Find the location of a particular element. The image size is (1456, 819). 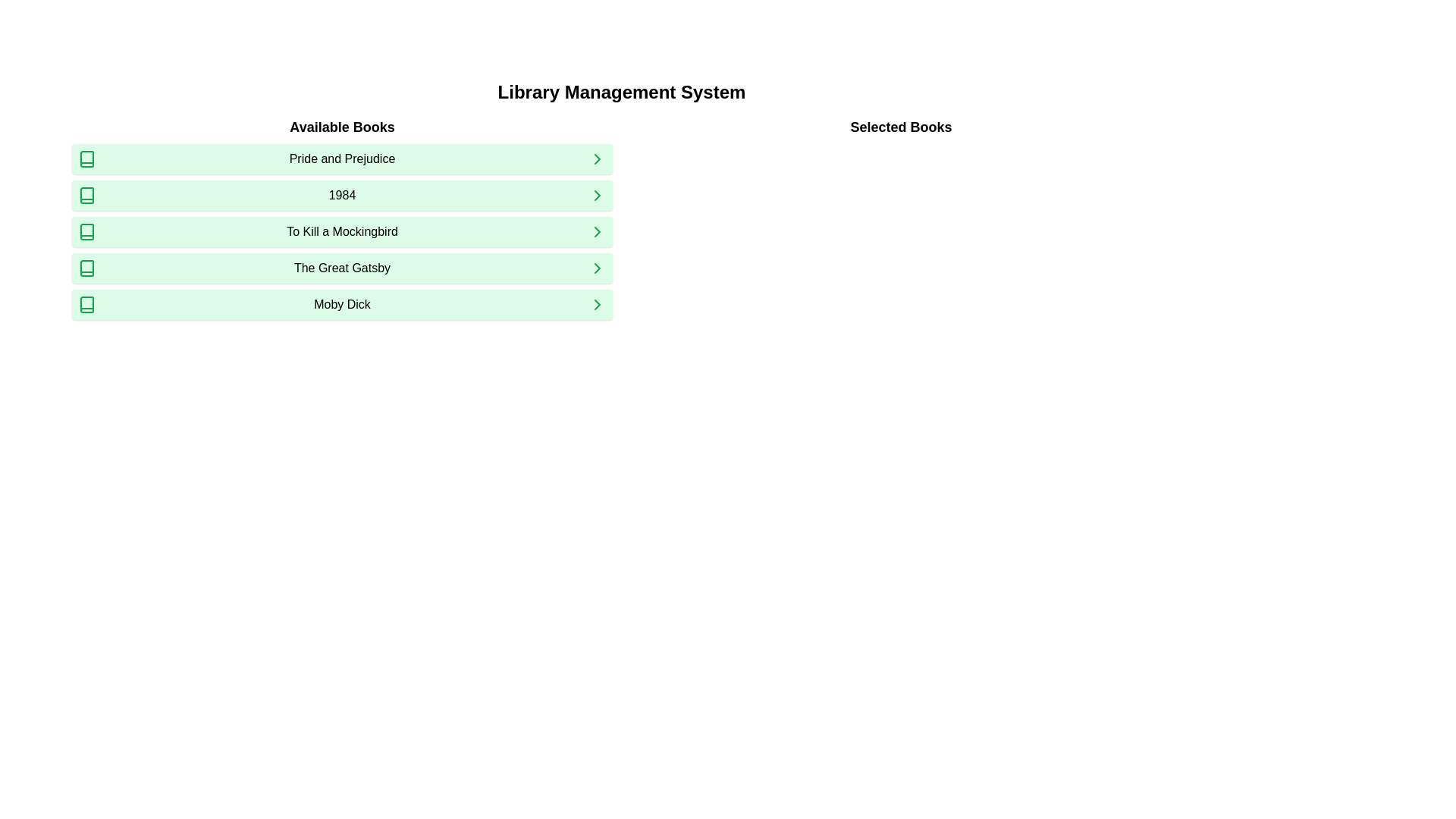

the right-pointing green chevron icon located in the last row of the 'Available Books' list next to the title 'Moby Dick' is located at coordinates (596, 304).